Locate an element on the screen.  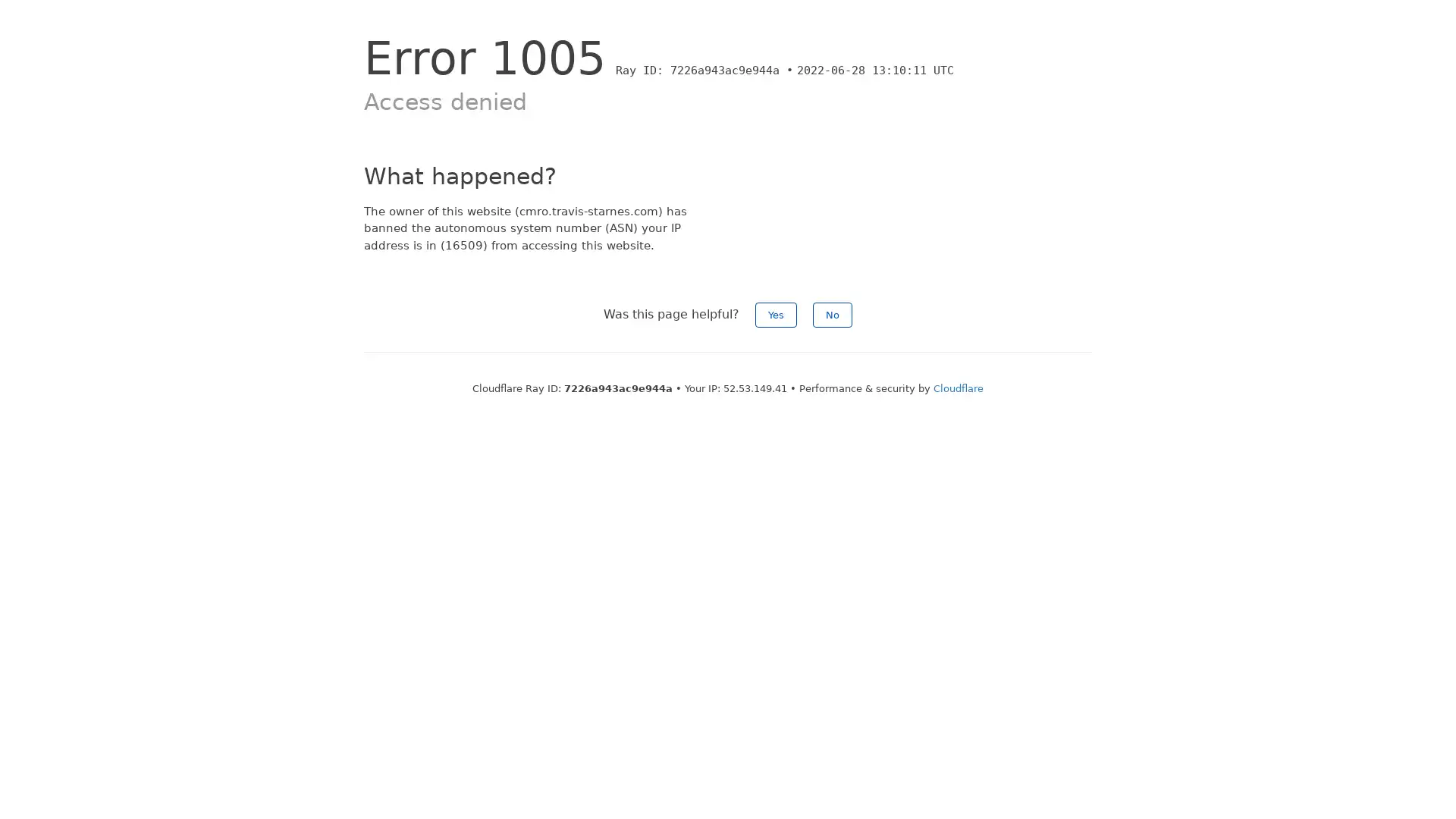
No is located at coordinates (832, 314).